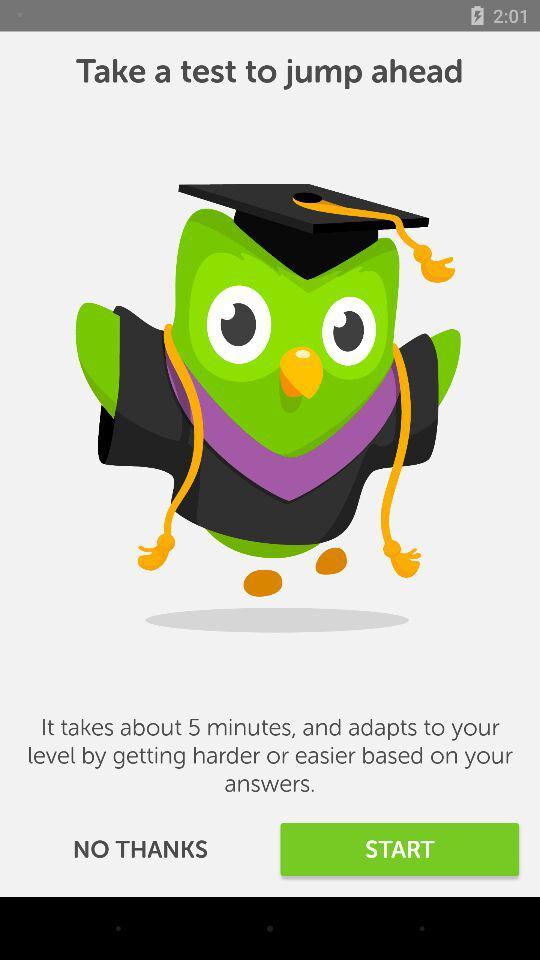 The height and width of the screenshot is (960, 540). What do you see at coordinates (399, 848) in the screenshot?
I see `start item` at bounding box center [399, 848].